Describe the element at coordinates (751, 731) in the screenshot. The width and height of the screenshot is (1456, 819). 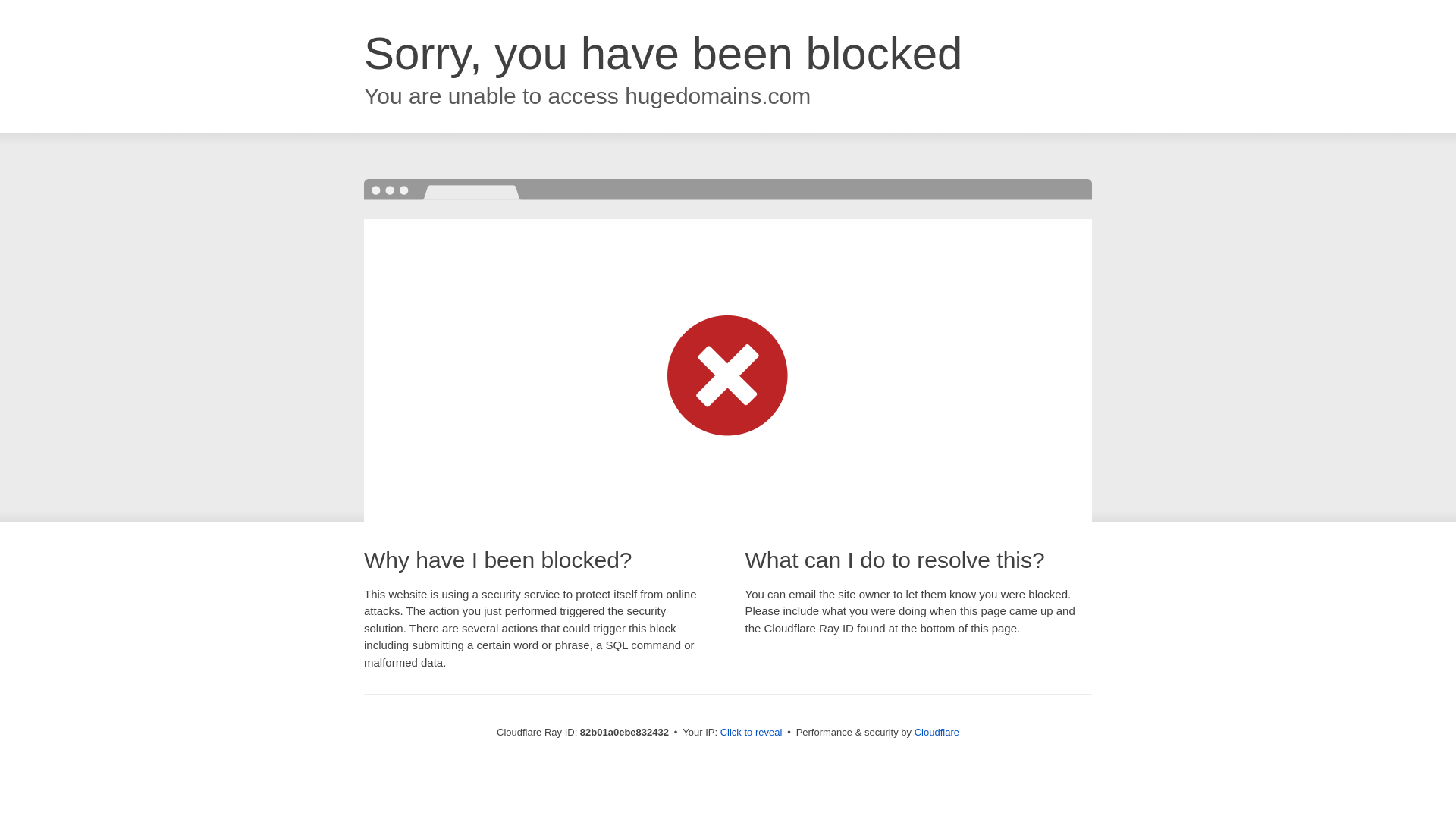
I see `'Click to reveal'` at that location.